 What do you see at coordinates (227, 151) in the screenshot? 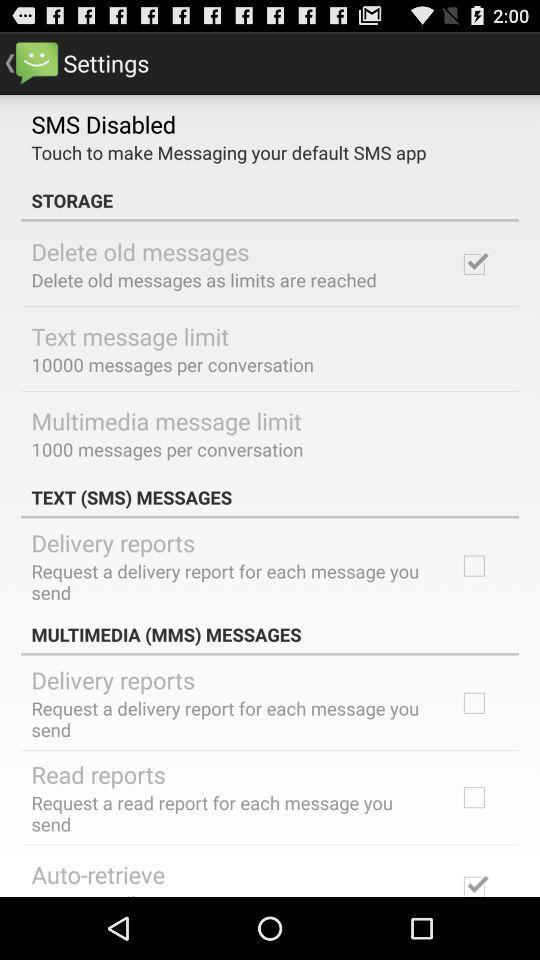
I see `touch to make item` at bounding box center [227, 151].